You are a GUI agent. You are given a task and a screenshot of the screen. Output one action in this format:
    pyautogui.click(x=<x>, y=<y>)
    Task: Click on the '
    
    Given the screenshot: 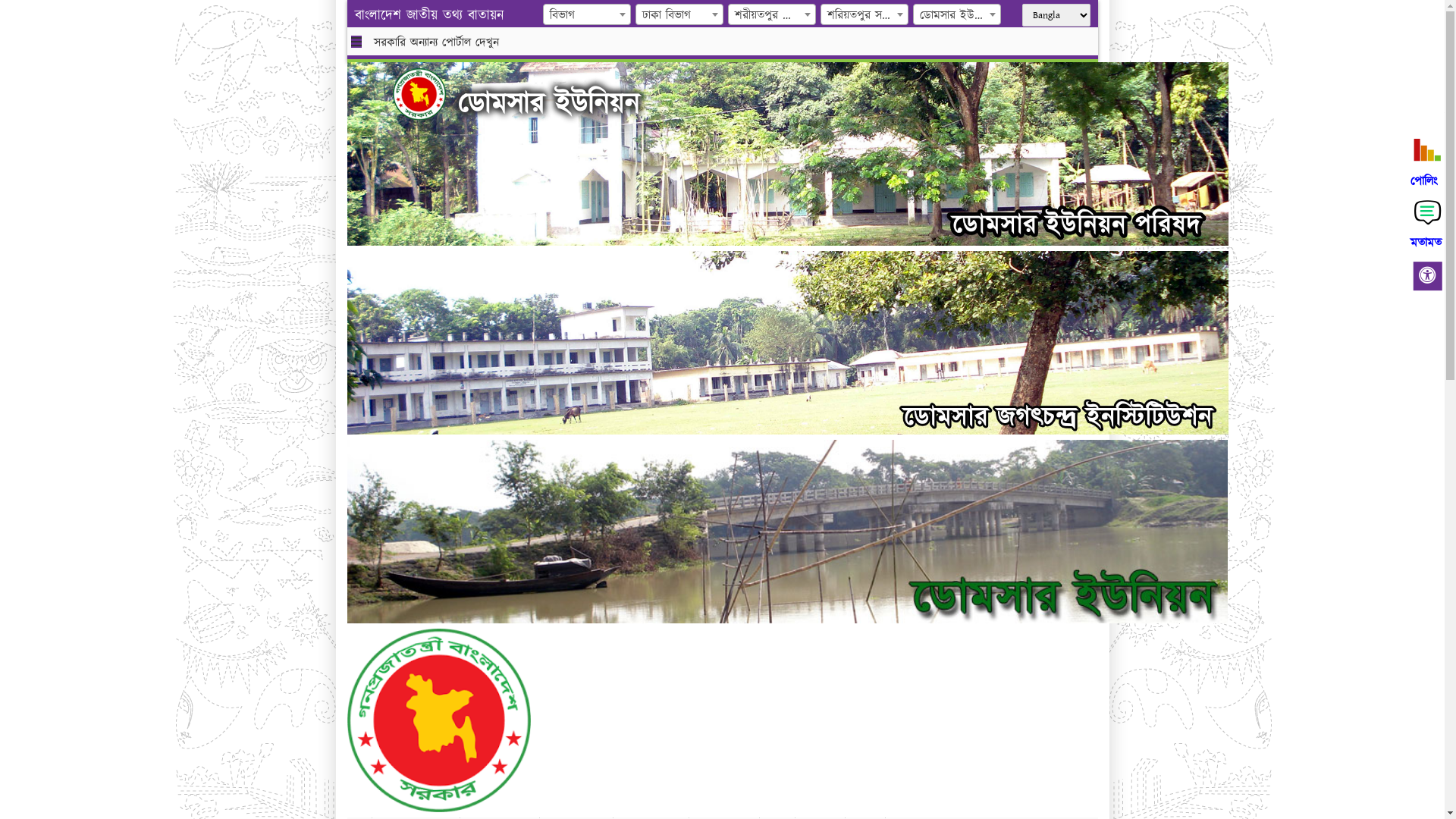 What is the action you would take?
    pyautogui.click(x=430, y=93)
    